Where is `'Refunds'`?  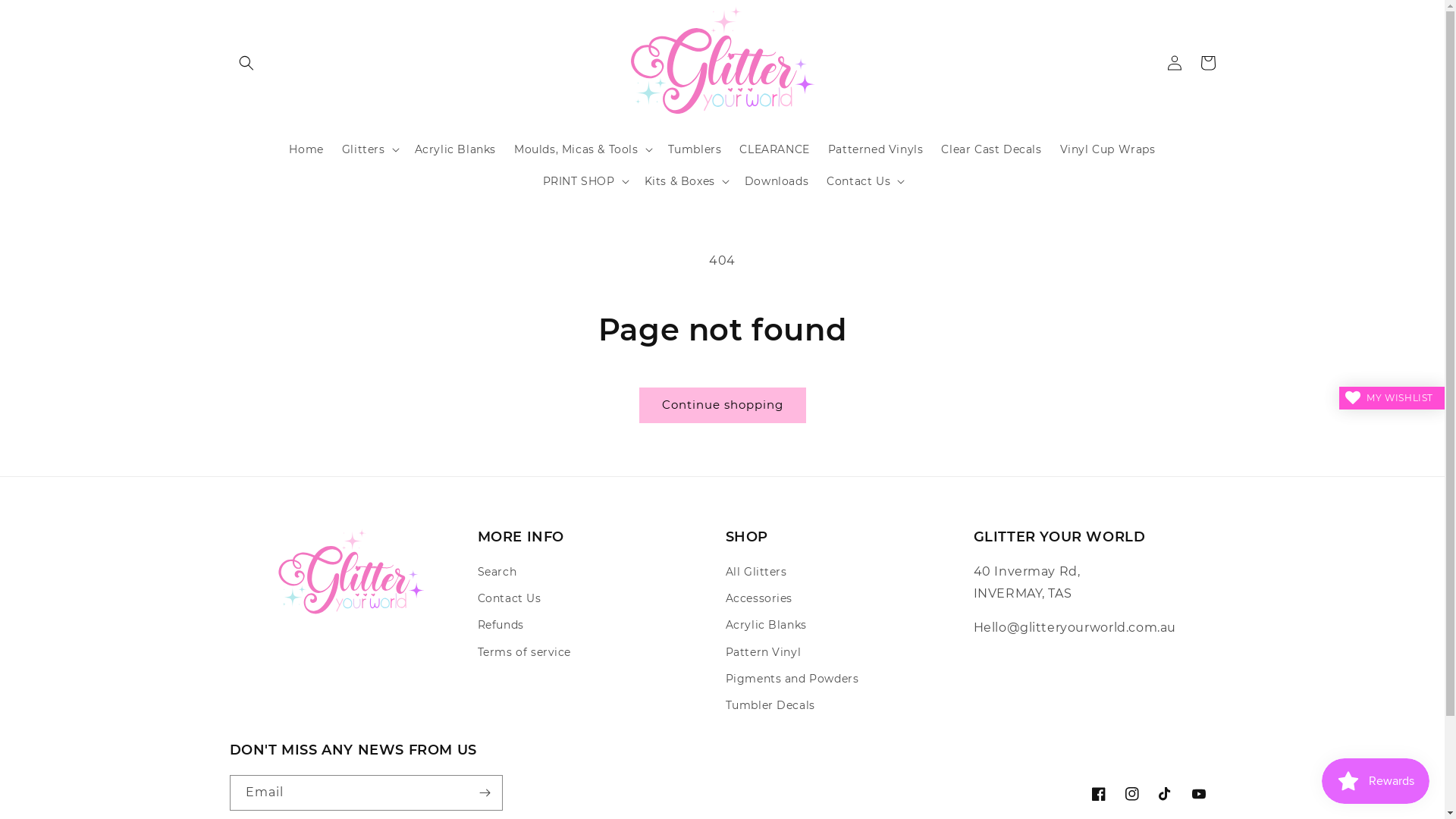
'Refunds' is located at coordinates (500, 625).